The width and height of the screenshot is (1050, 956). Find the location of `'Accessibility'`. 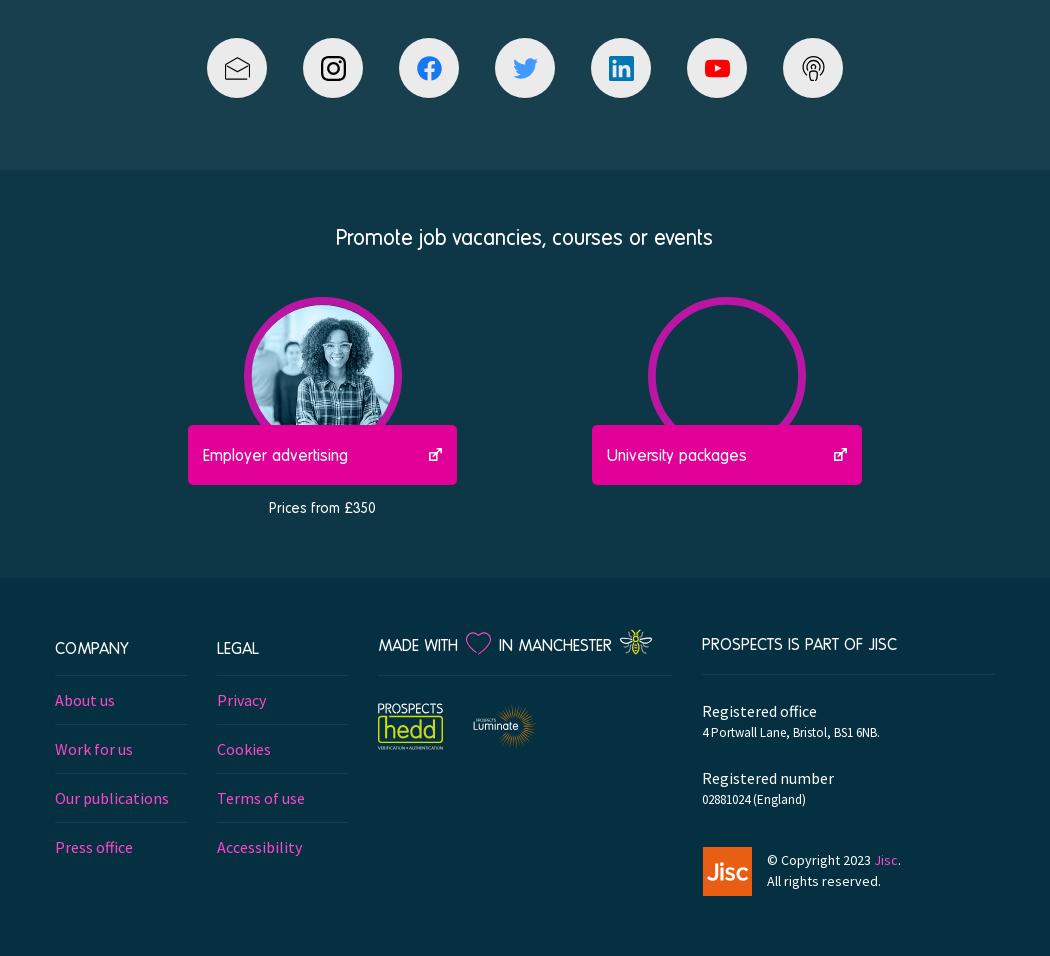

'Accessibility' is located at coordinates (258, 845).